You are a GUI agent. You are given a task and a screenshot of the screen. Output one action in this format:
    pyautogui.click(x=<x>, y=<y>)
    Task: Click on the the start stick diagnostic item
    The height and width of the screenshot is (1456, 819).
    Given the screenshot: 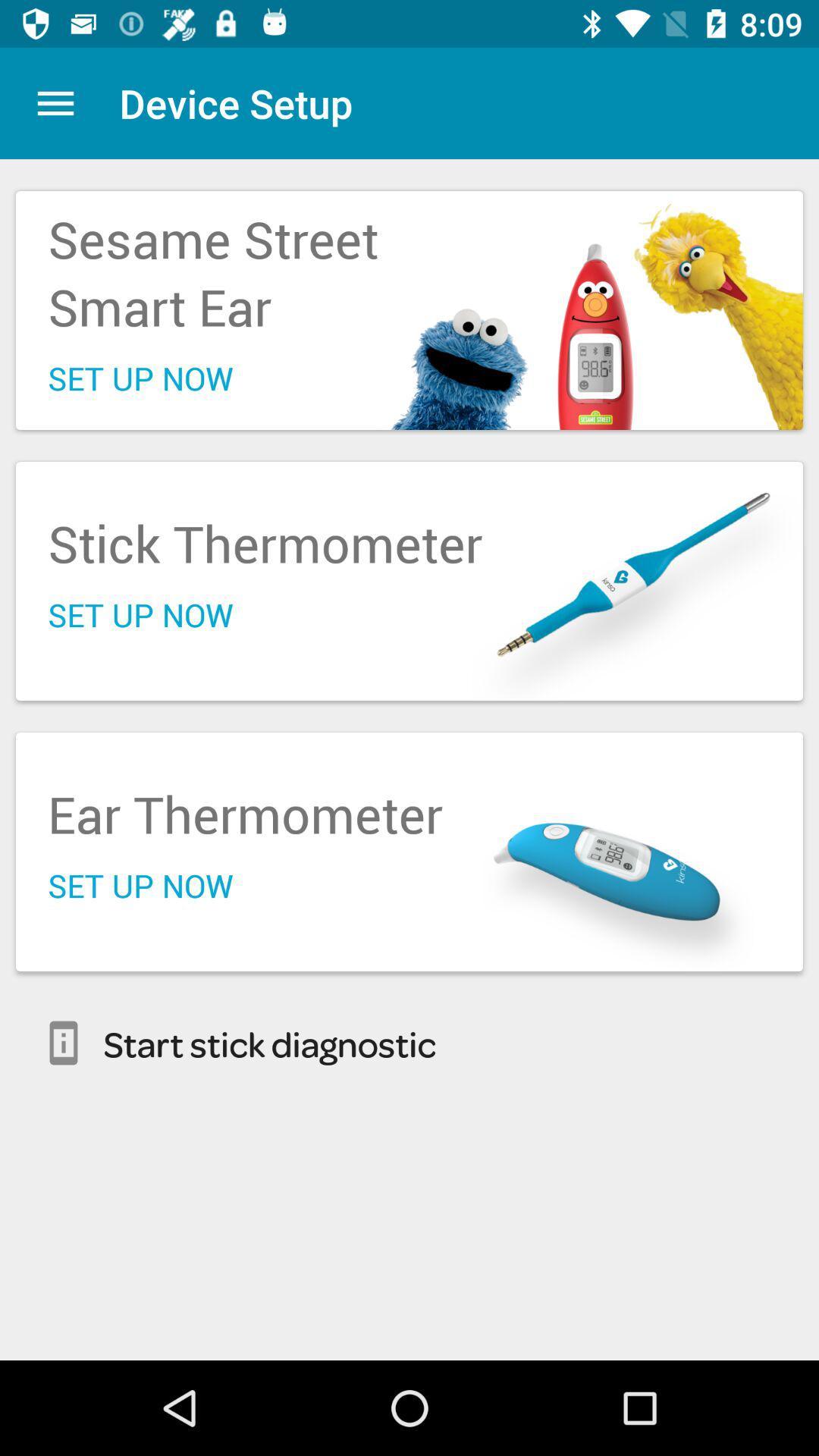 What is the action you would take?
    pyautogui.click(x=409, y=1042)
    